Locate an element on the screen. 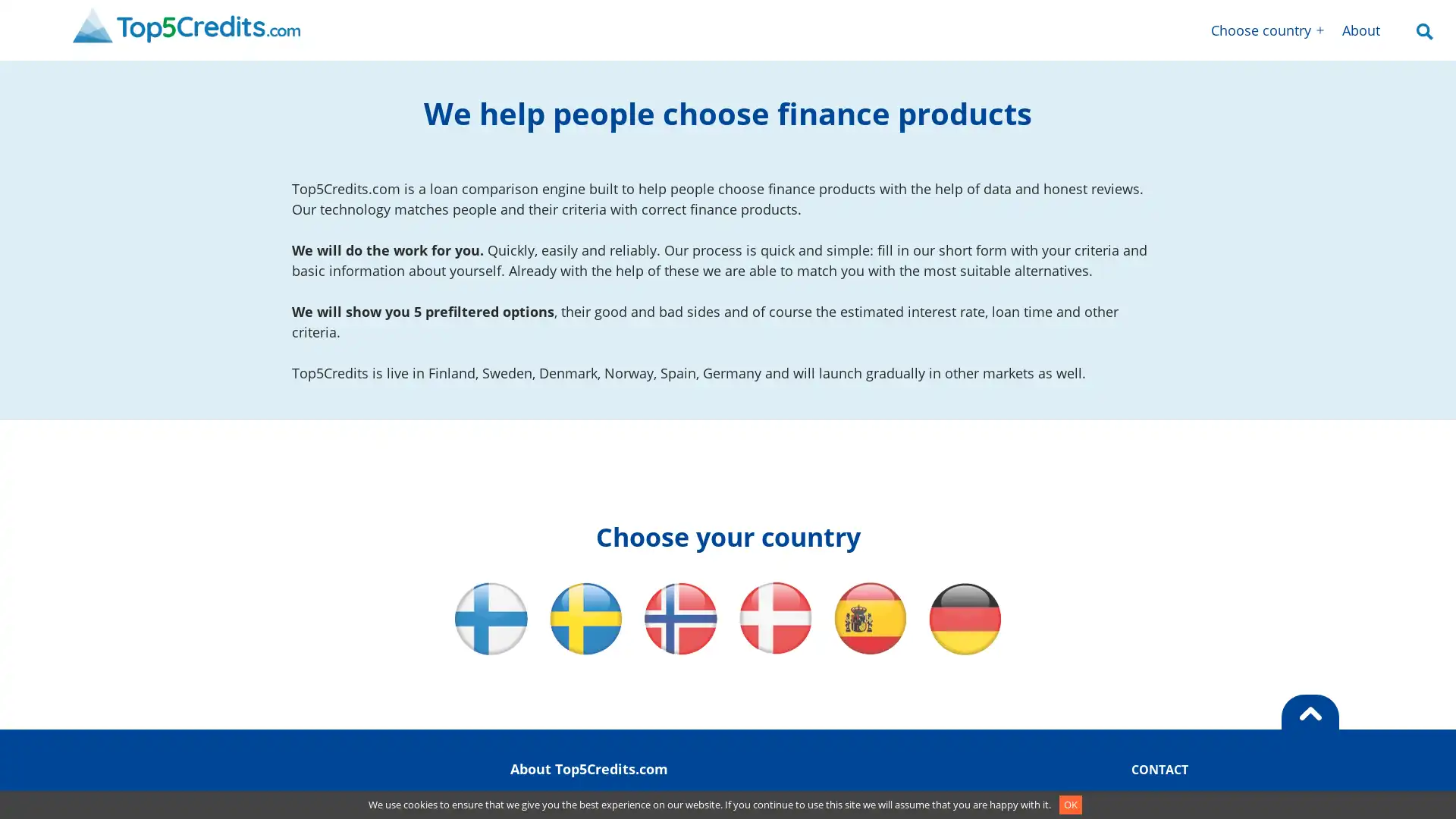  OK is located at coordinates (1069, 804).